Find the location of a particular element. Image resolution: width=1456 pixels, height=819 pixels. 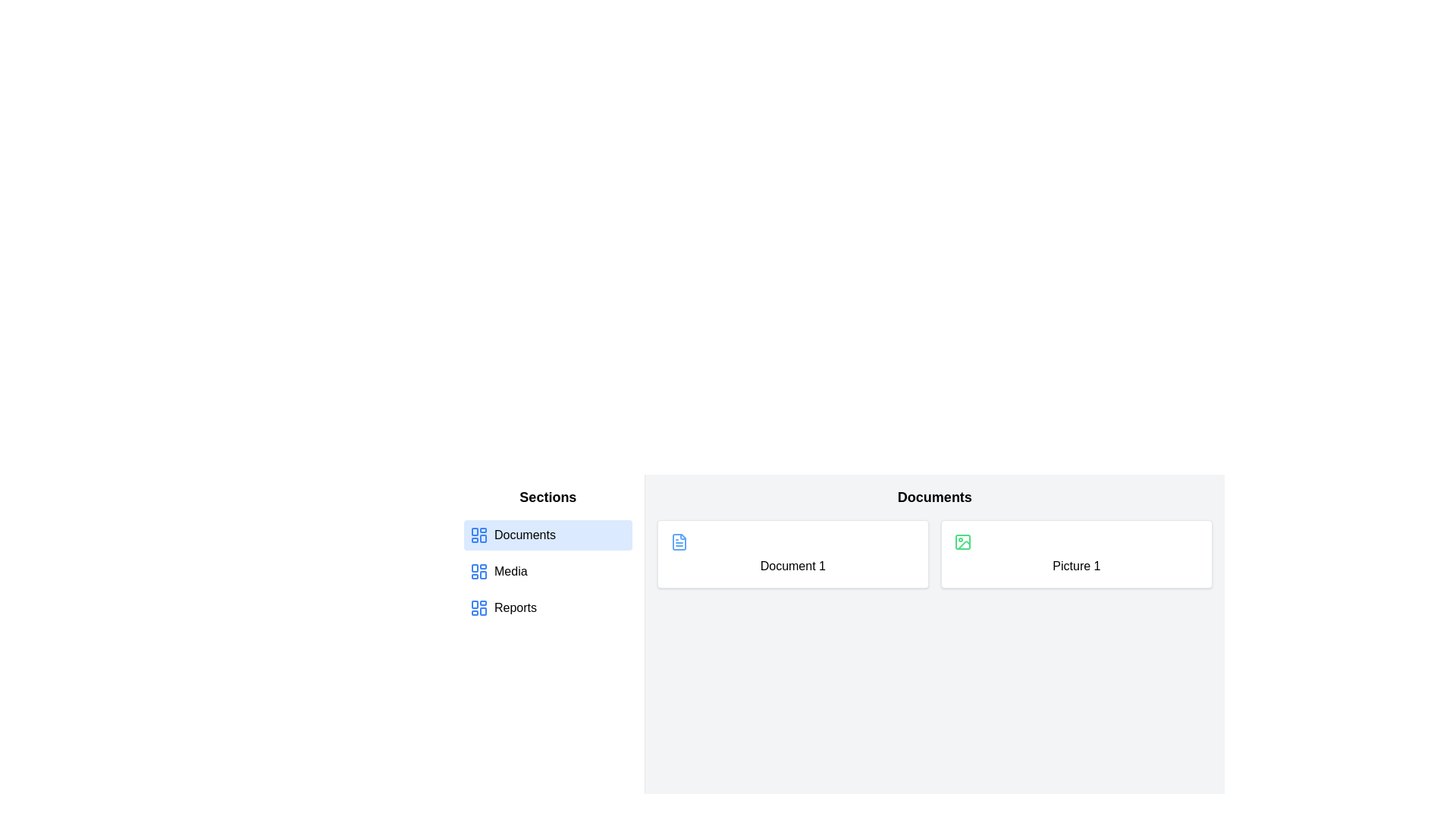

the third rectangle in the SVG icon representing a dashboard layout, located in the lower-right corner of the grid is located at coordinates (482, 575).